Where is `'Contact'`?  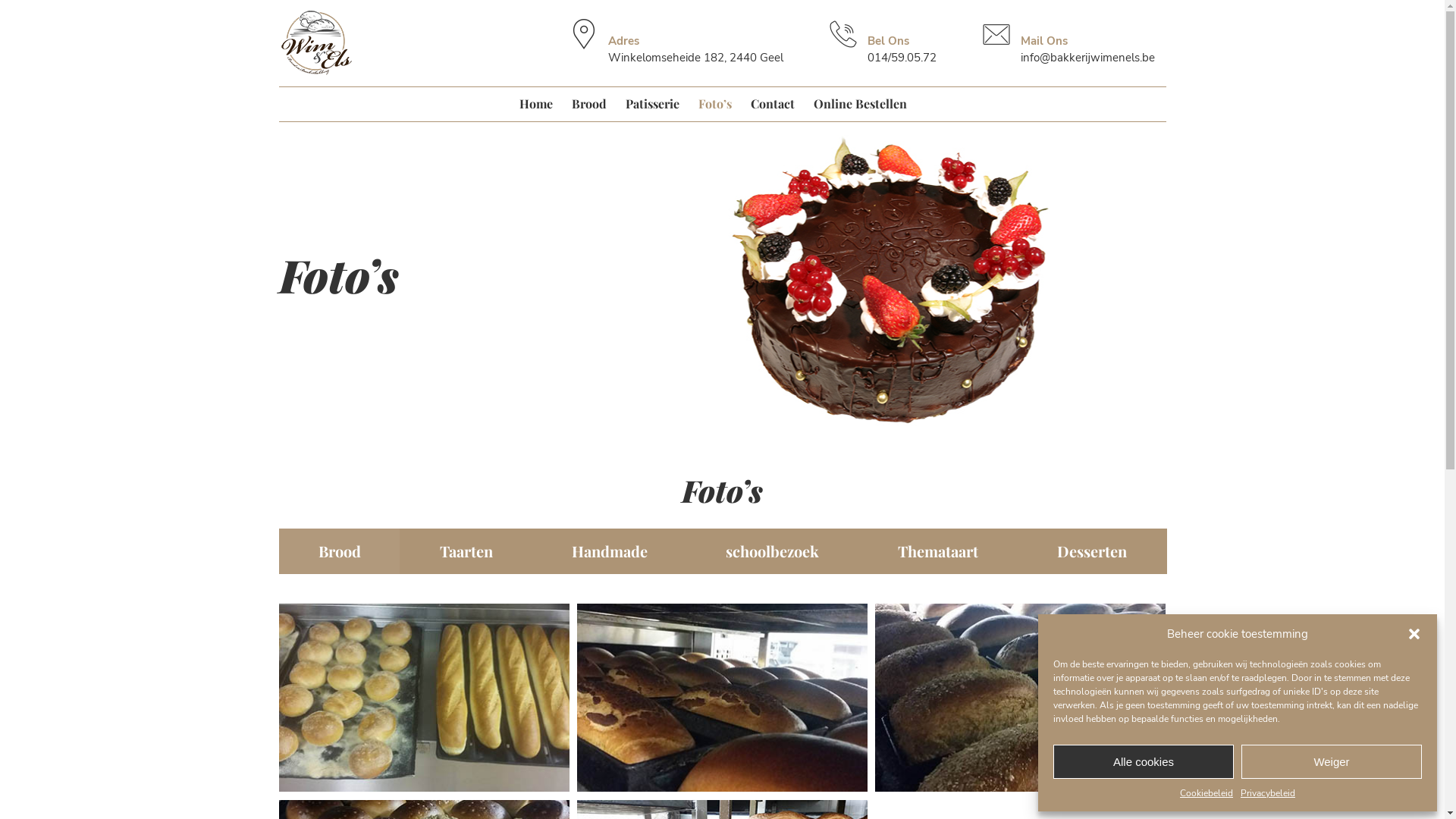
'Contact' is located at coordinates (772, 102).